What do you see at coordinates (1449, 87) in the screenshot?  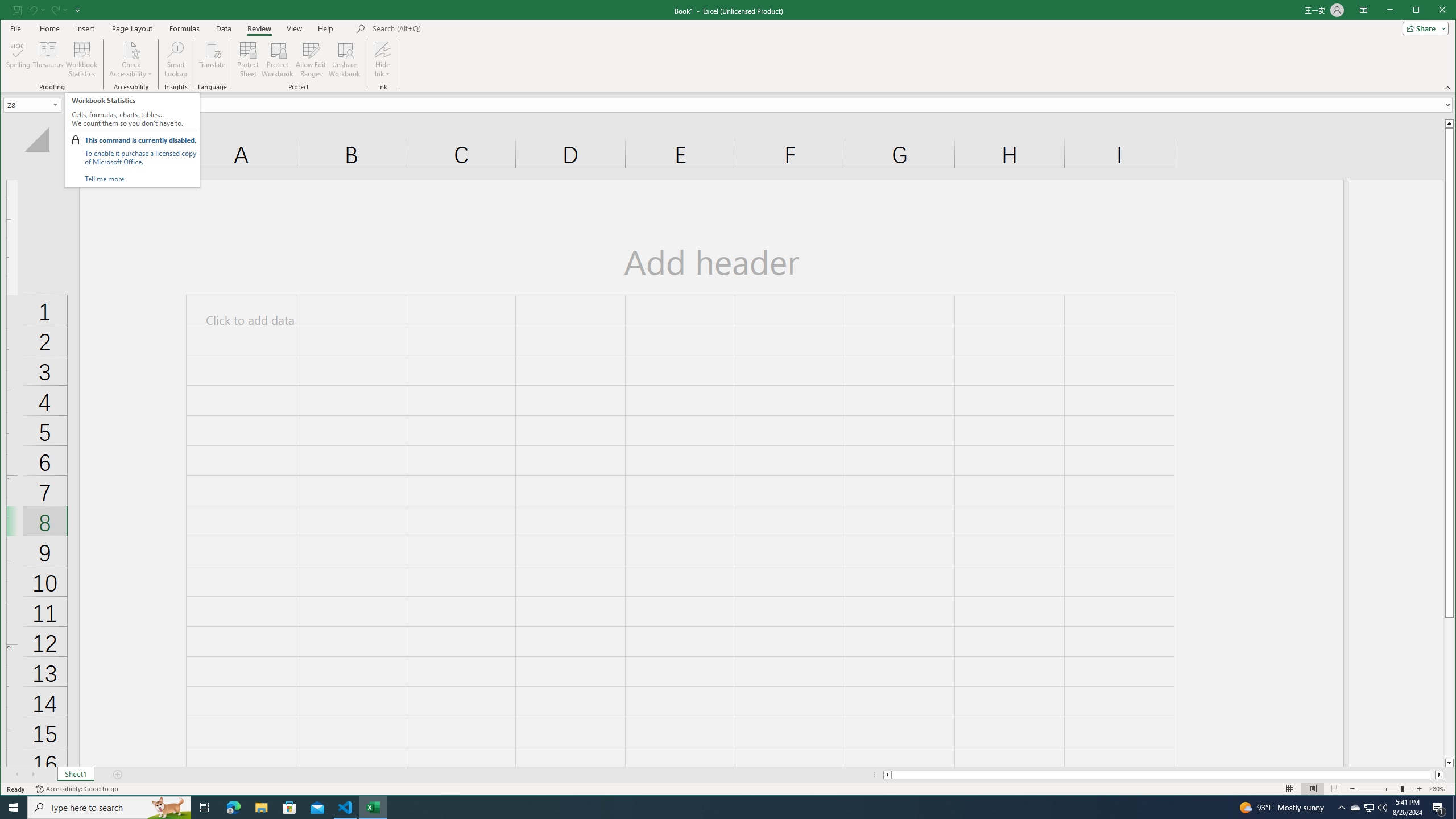 I see `'Collapse the Ribbon'` at bounding box center [1449, 87].